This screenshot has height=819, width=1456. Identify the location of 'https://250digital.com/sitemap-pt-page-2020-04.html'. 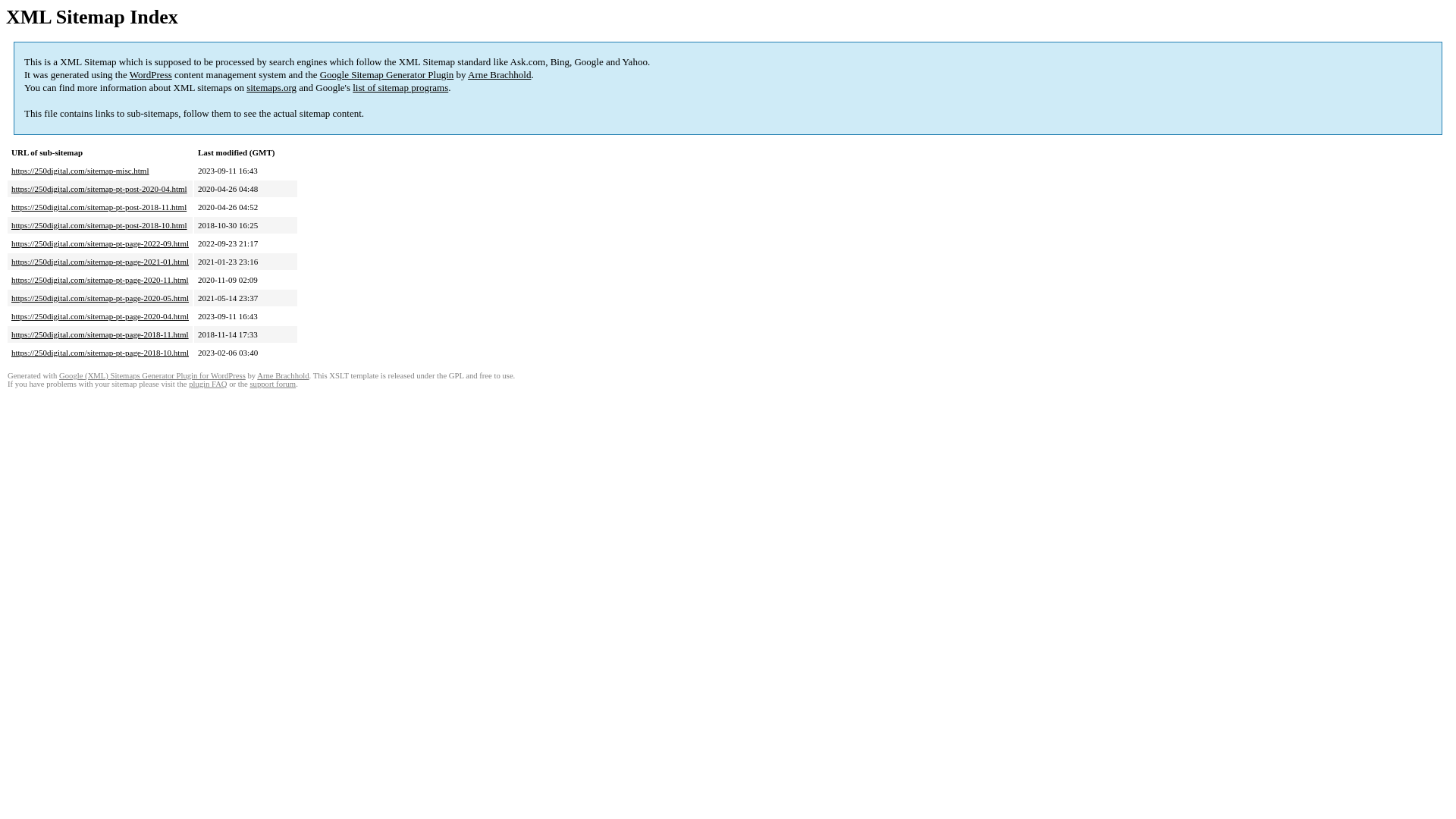
(99, 315).